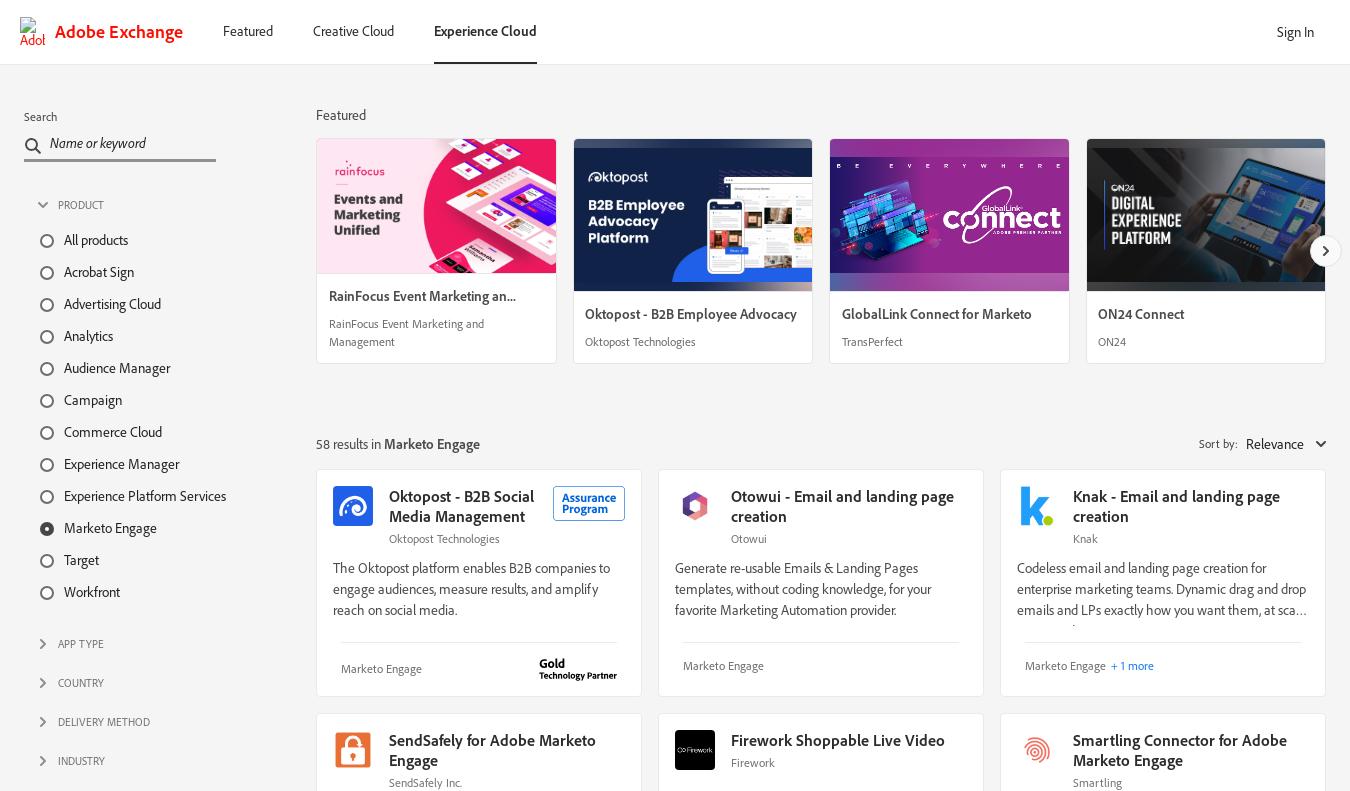 This screenshot has width=1350, height=791. Describe the element at coordinates (730, 537) in the screenshot. I see `'Otowui'` at that location.